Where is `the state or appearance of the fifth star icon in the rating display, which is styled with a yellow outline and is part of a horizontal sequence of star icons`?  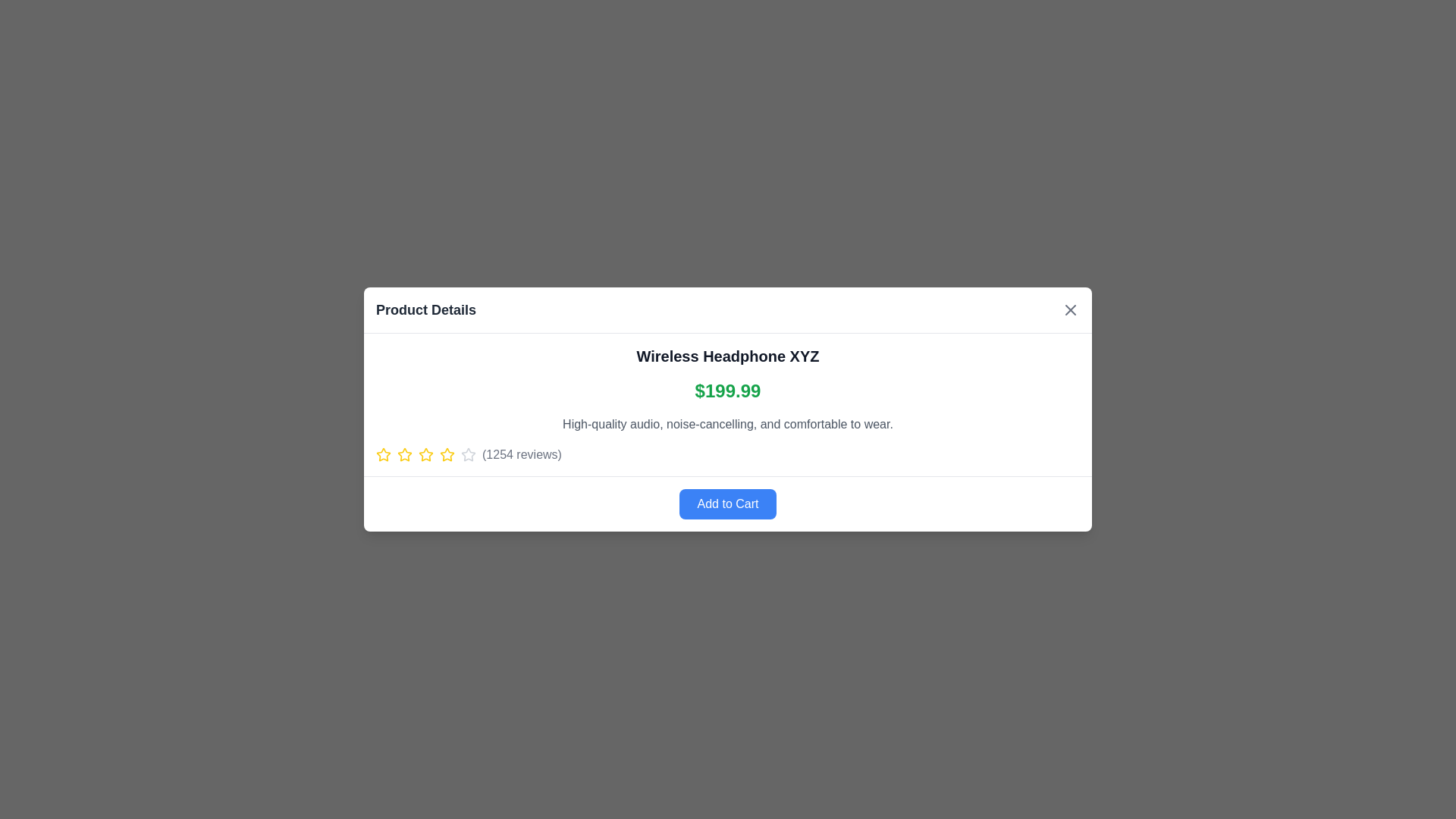 the state or appearance of the fifth star icon in the rating display, which is styled with a yellow outline and is part of a horizontal sequence of star icons is located at coordinates (447, 454).